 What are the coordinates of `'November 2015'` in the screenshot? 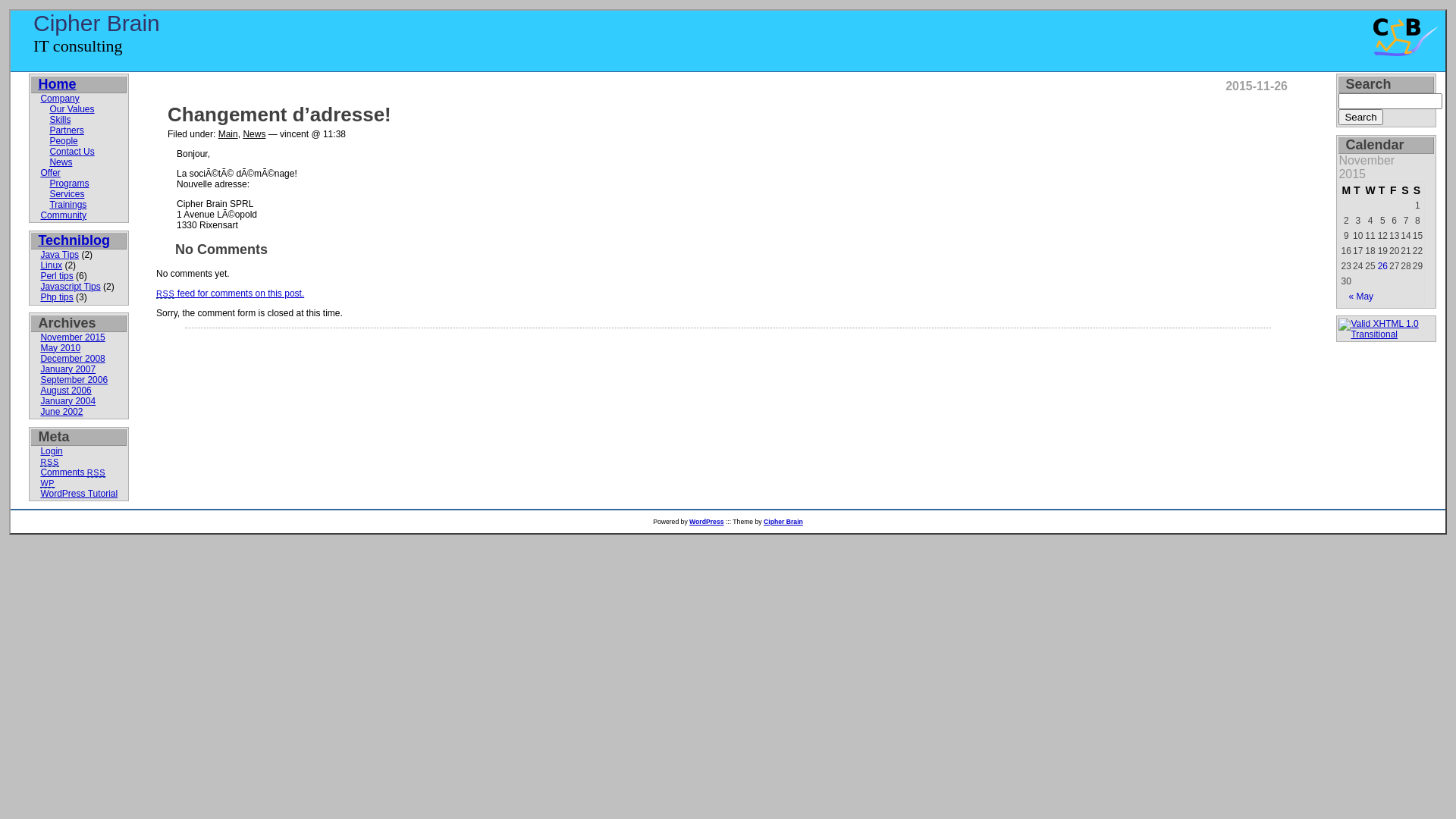 It's located at (39, 336).